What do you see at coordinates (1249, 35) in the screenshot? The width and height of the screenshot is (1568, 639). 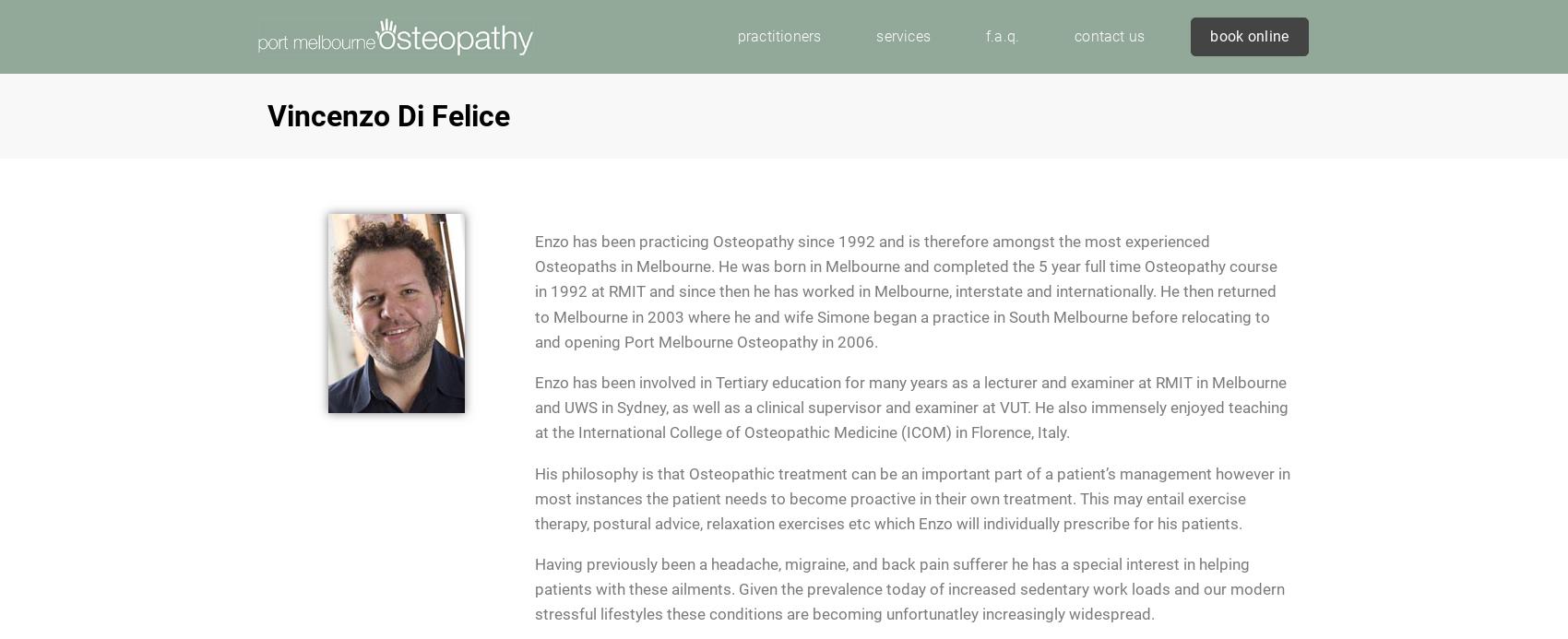 I see `'book online'` at bounding box center [1249, 35].